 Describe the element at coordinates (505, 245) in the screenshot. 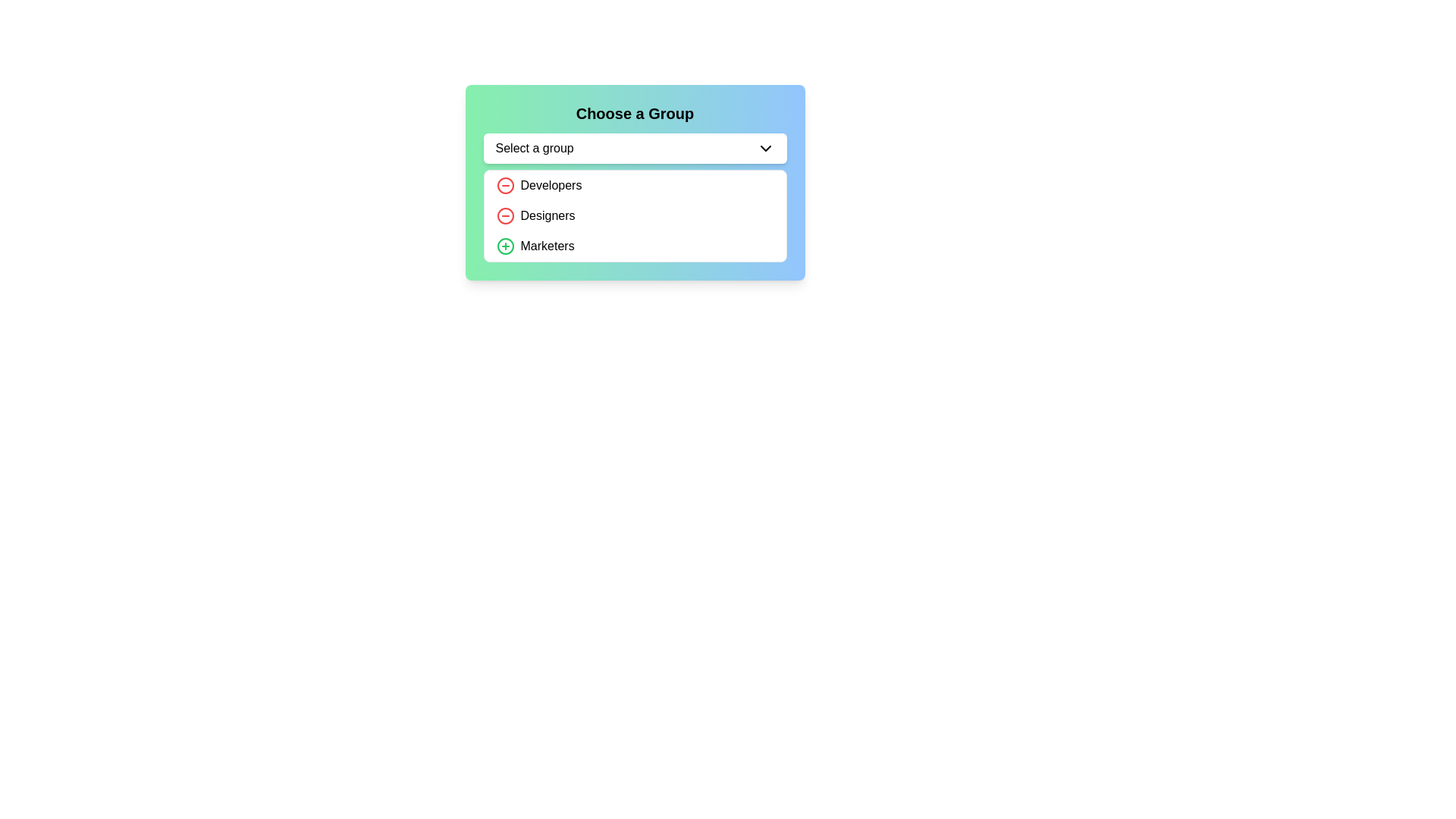

I see `the add icon button located to the left of the 'Marketers' text under the 'Choose a Group' heading` at that location.